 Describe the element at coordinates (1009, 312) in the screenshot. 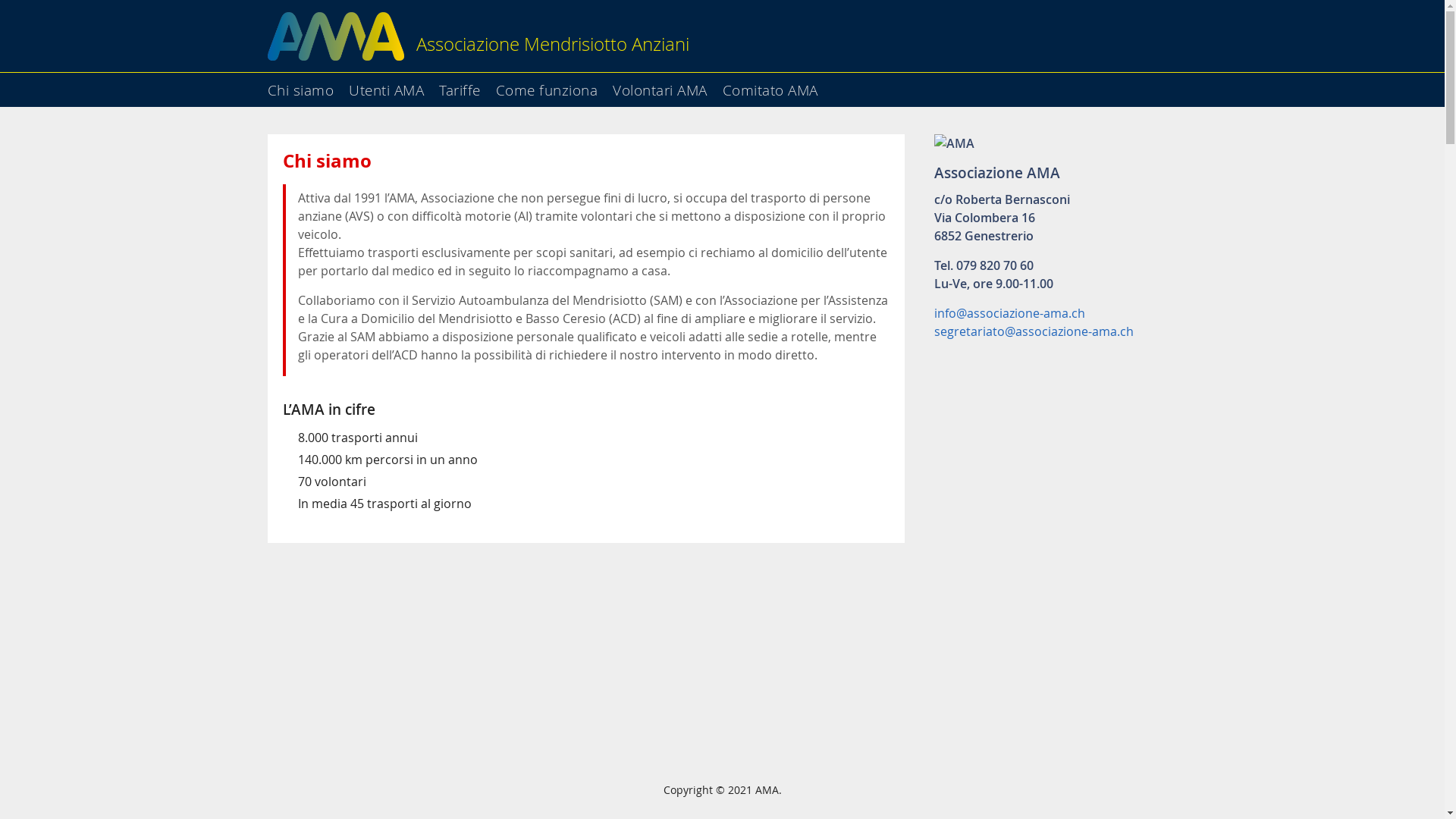

I see `'info@associazione-ama.ch'` at that location.